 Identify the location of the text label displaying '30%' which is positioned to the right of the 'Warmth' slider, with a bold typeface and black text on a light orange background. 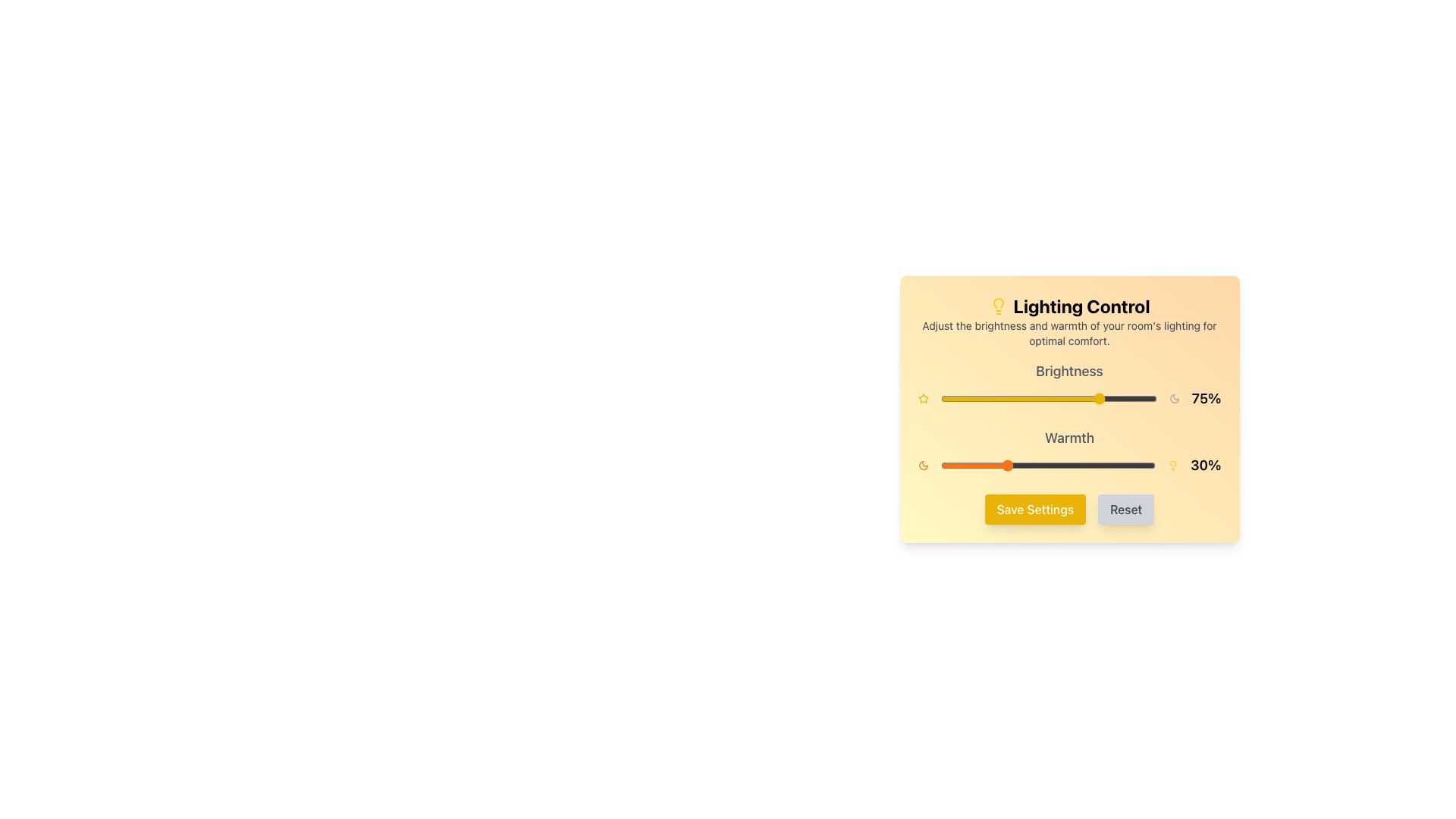
(1205, 464).